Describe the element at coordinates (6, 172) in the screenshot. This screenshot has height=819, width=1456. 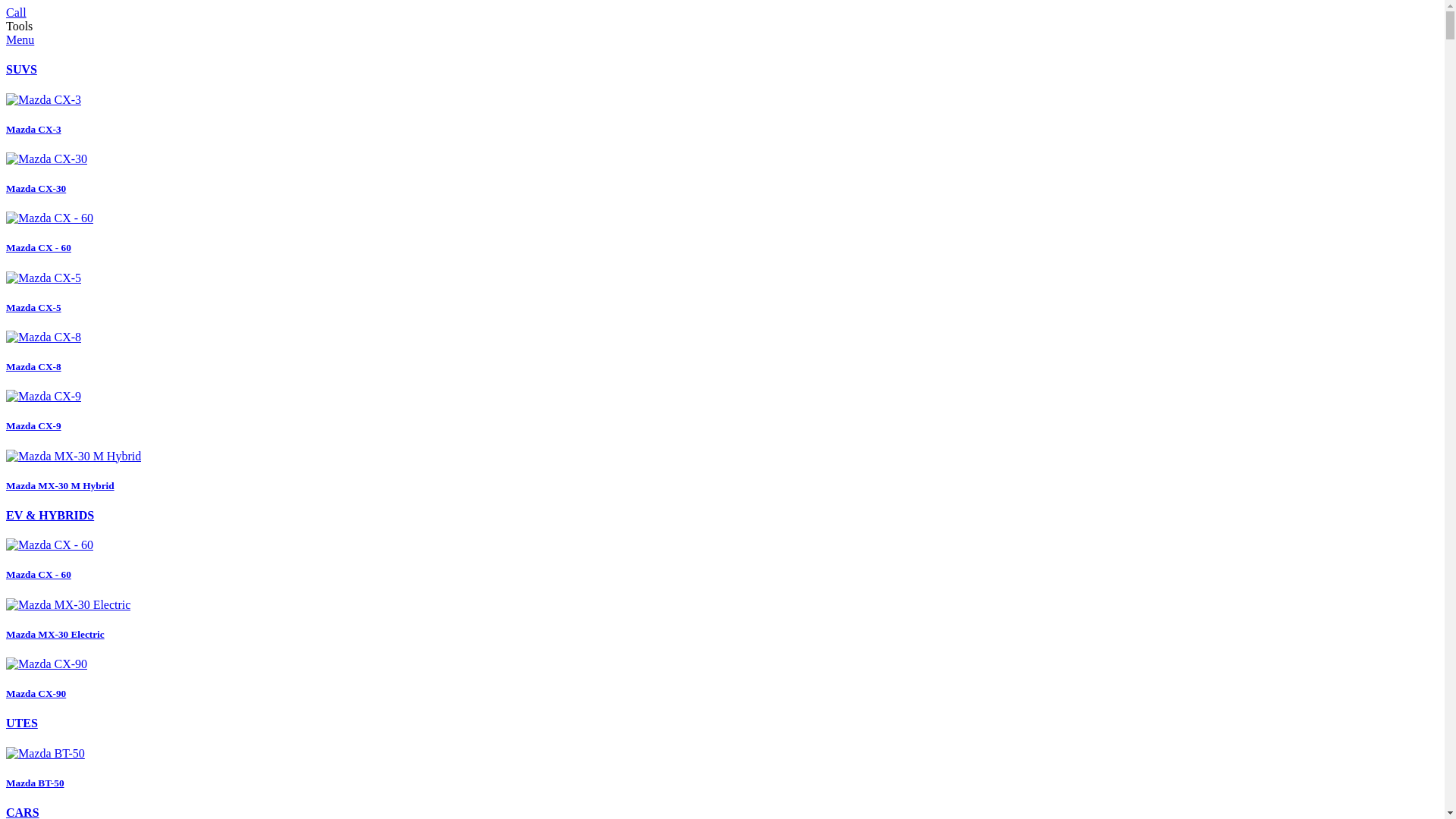
I see `'Mazda CX-30'` at that location.